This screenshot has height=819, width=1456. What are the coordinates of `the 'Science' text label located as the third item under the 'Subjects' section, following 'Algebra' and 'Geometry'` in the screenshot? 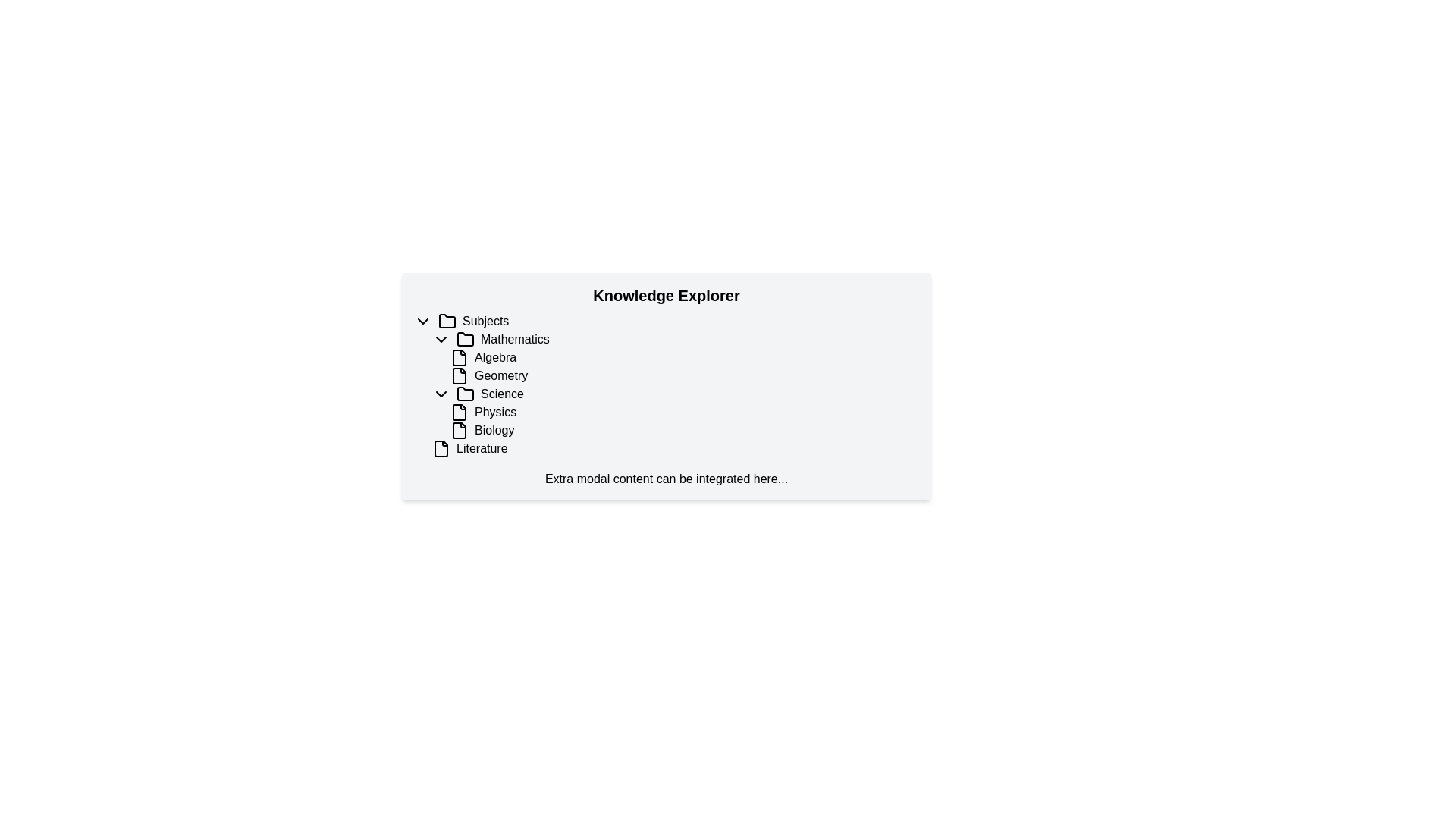 It's located at (502, 394).